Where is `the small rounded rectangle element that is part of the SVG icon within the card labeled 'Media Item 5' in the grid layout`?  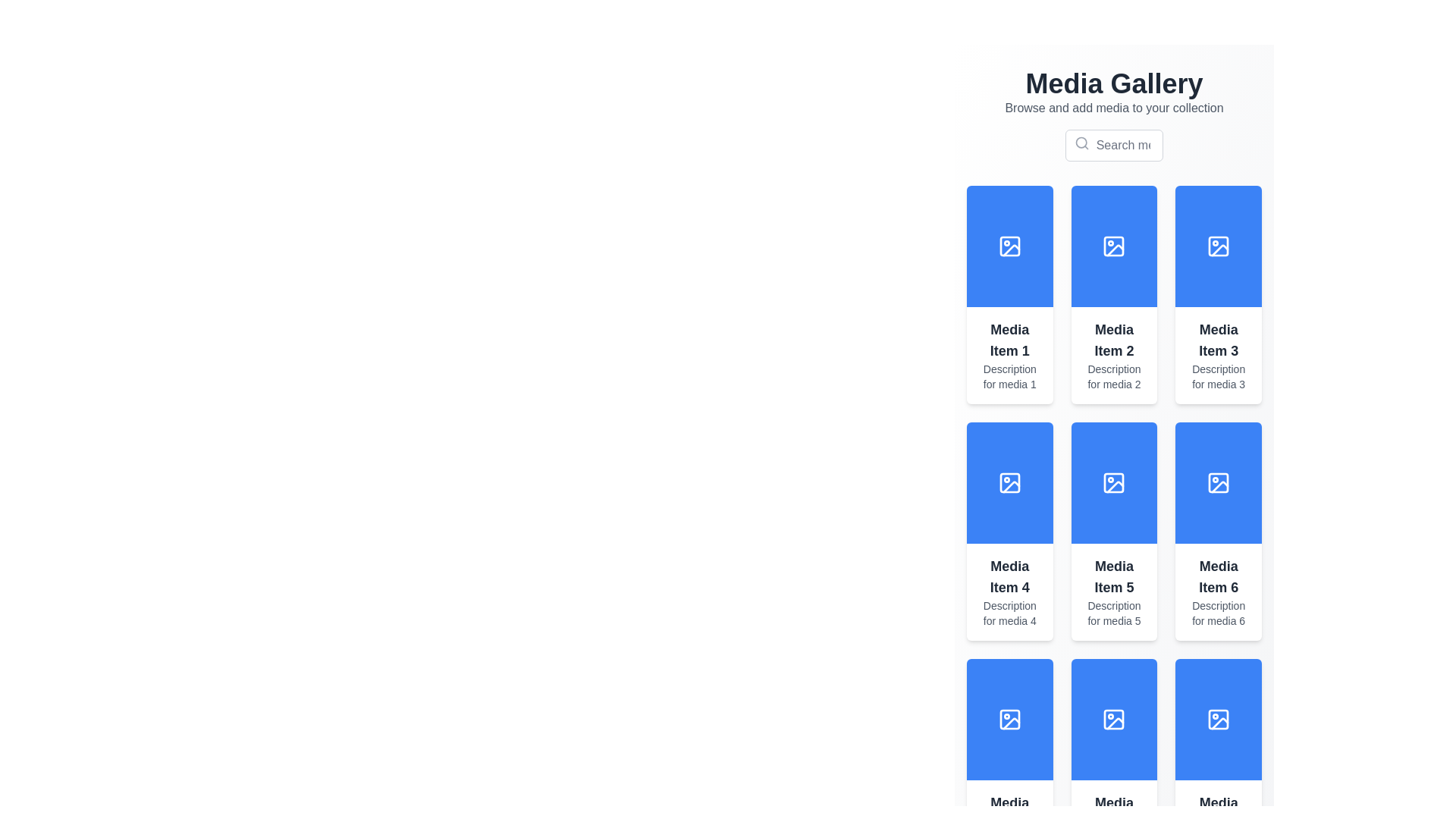 the small rounded rectangle element that is part of the SVG icon within the card labeled 'Media Item 5' in the grid layout is located at coordinates (1114, 482).